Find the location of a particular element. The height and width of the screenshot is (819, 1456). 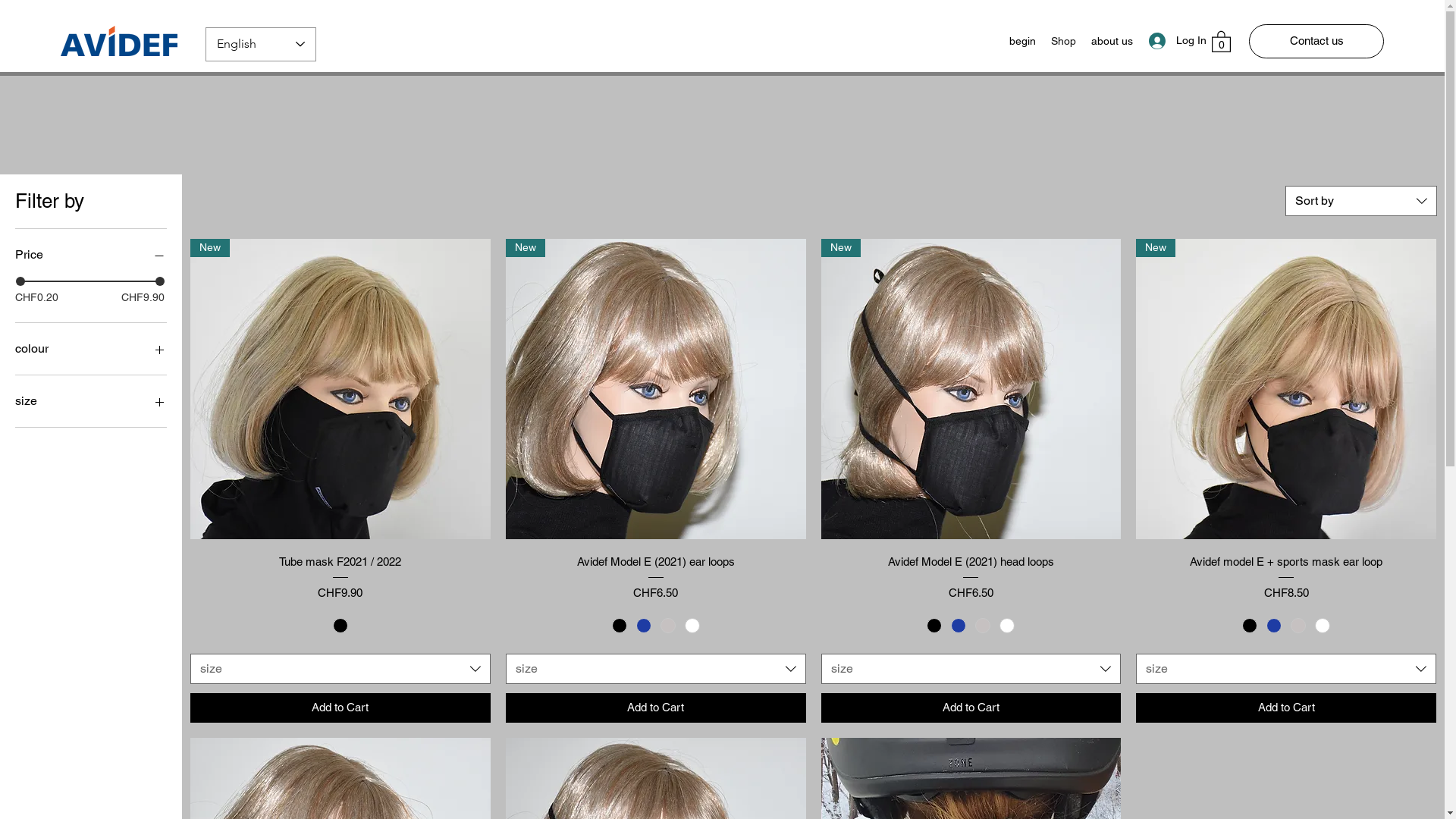

'New' is located at coordinates (340, 388).